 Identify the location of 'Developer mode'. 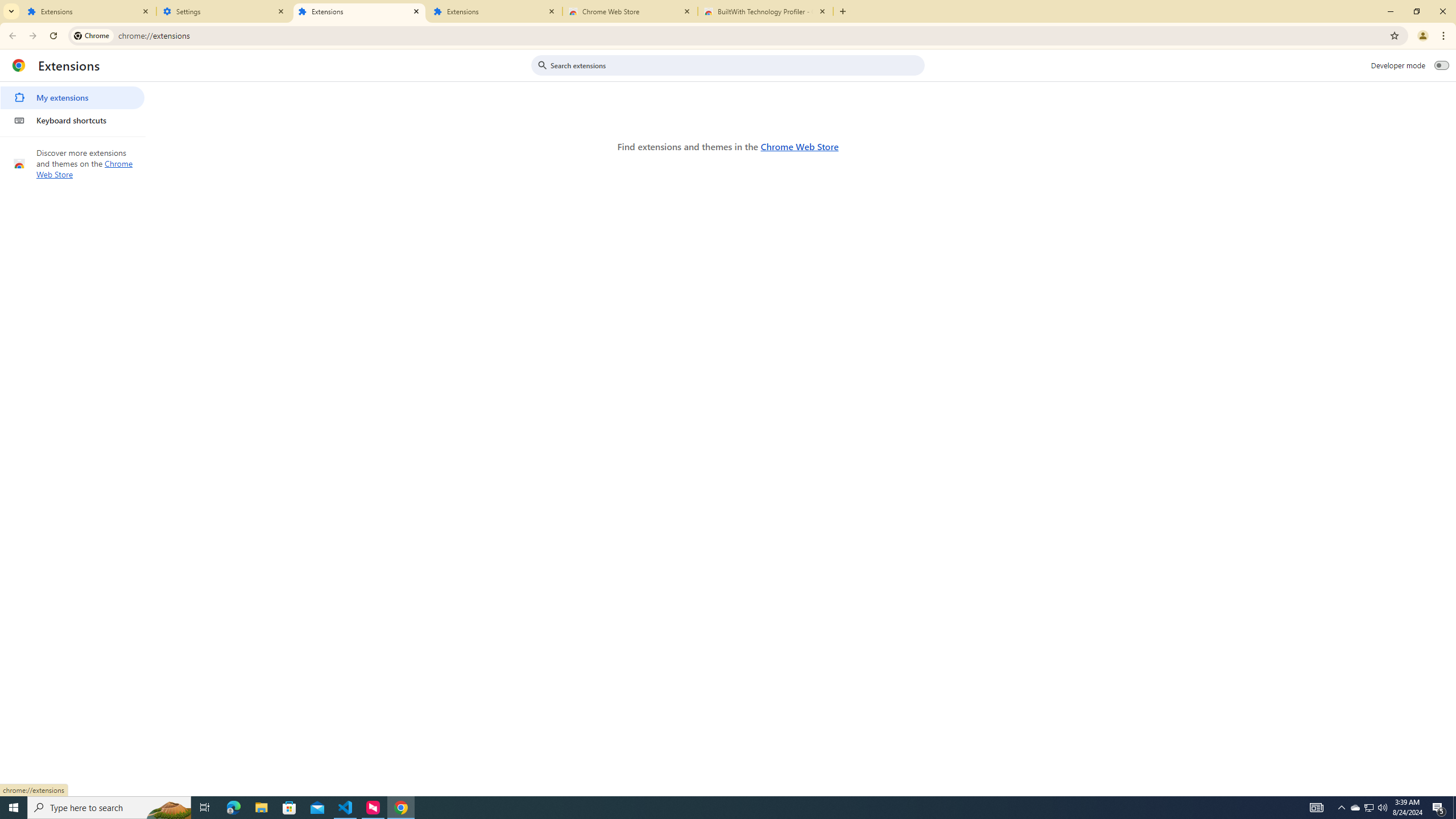
(1442, 65).